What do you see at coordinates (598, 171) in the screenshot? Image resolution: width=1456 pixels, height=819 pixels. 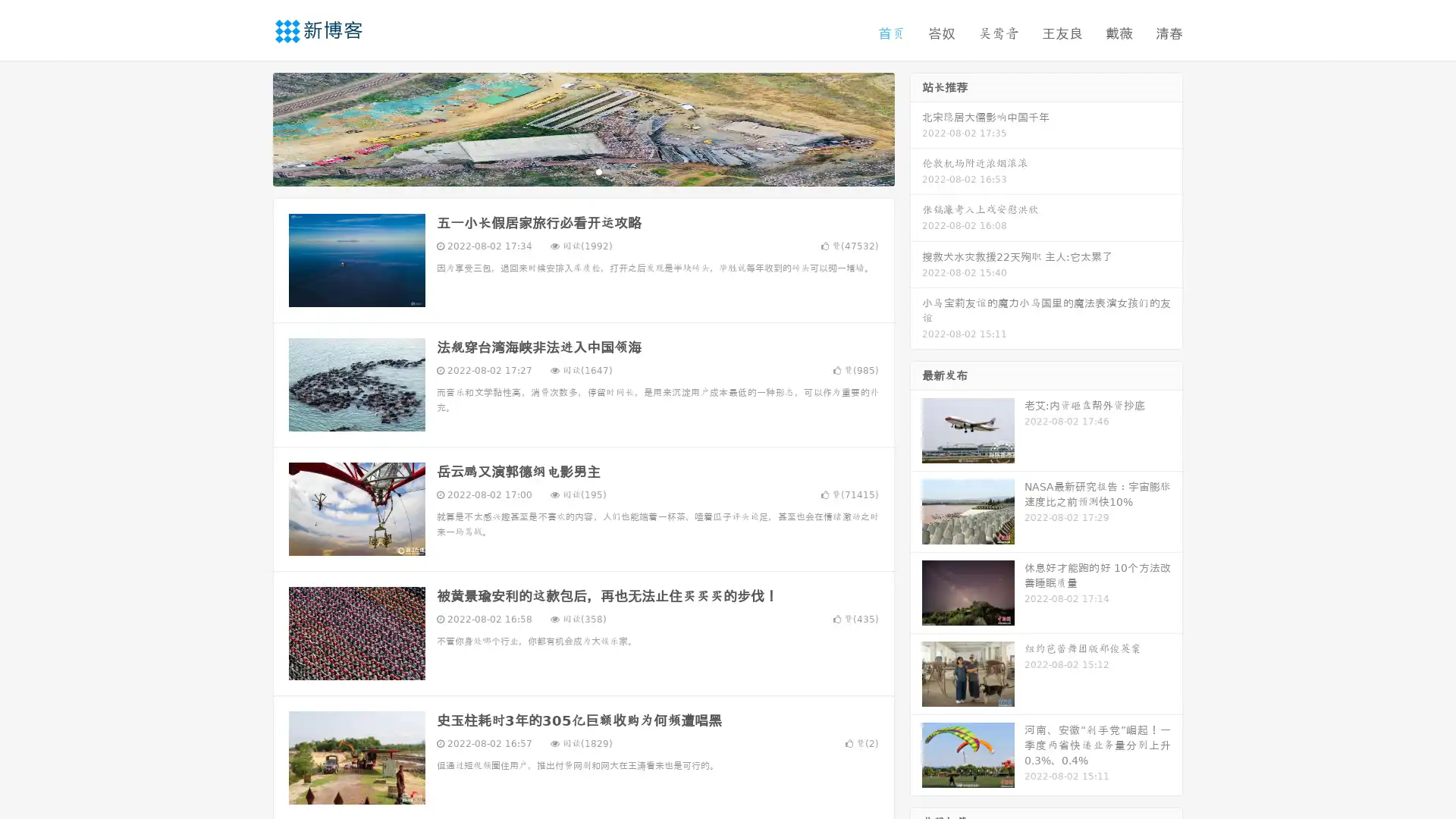 I see `Go to slide 3` at bounding box center [598, 171].